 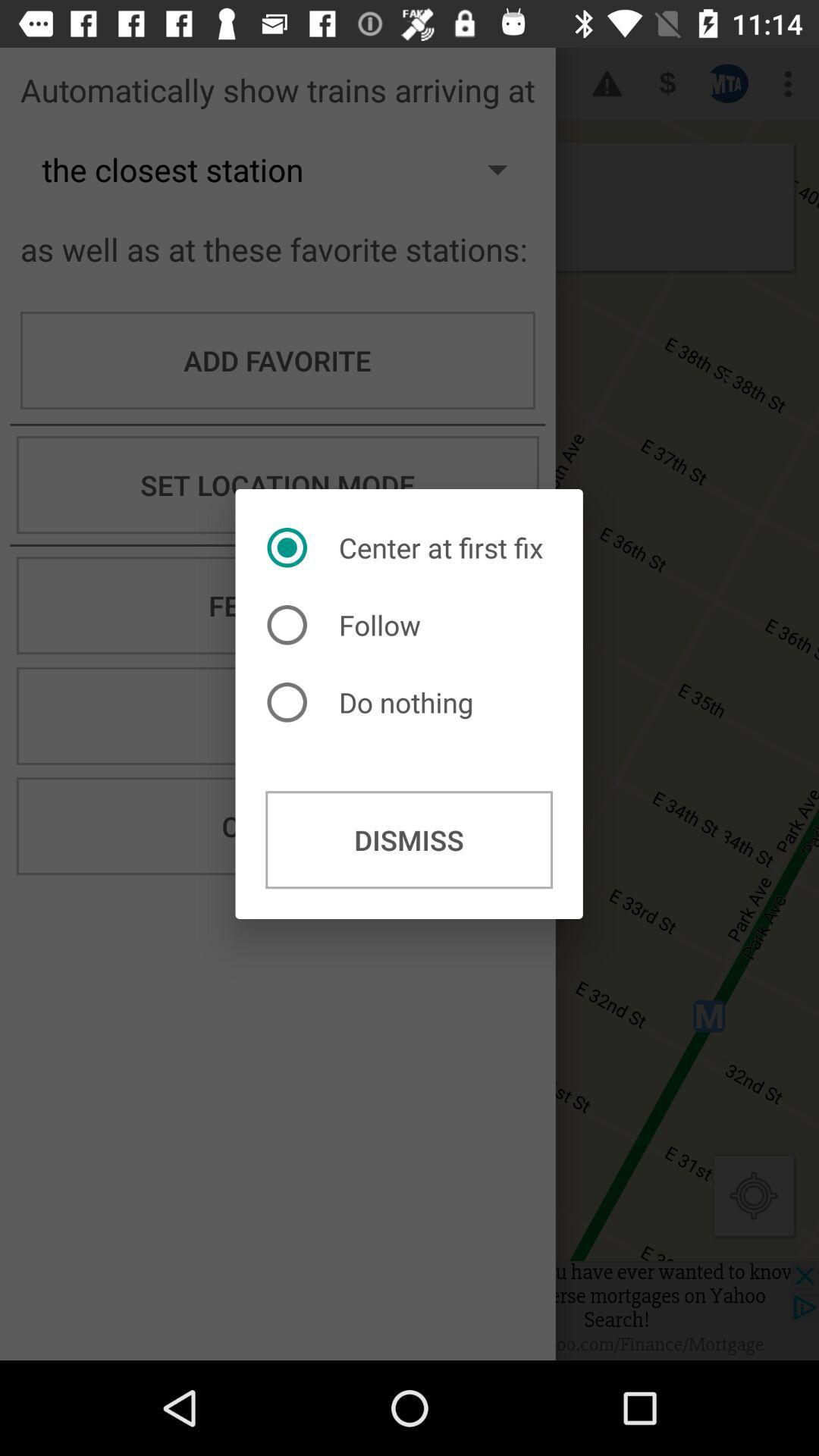 What do you see at coordinates (374, 701) in the screenshot?
I see `the radio button below the follow` at bounding box center [374, 701].